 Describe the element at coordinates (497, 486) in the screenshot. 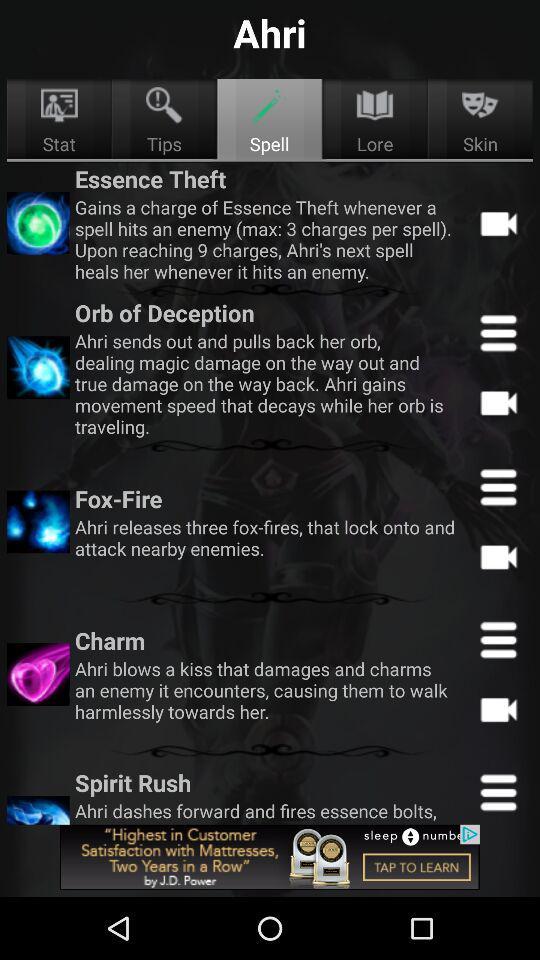

I see `show menu for item` at that location.